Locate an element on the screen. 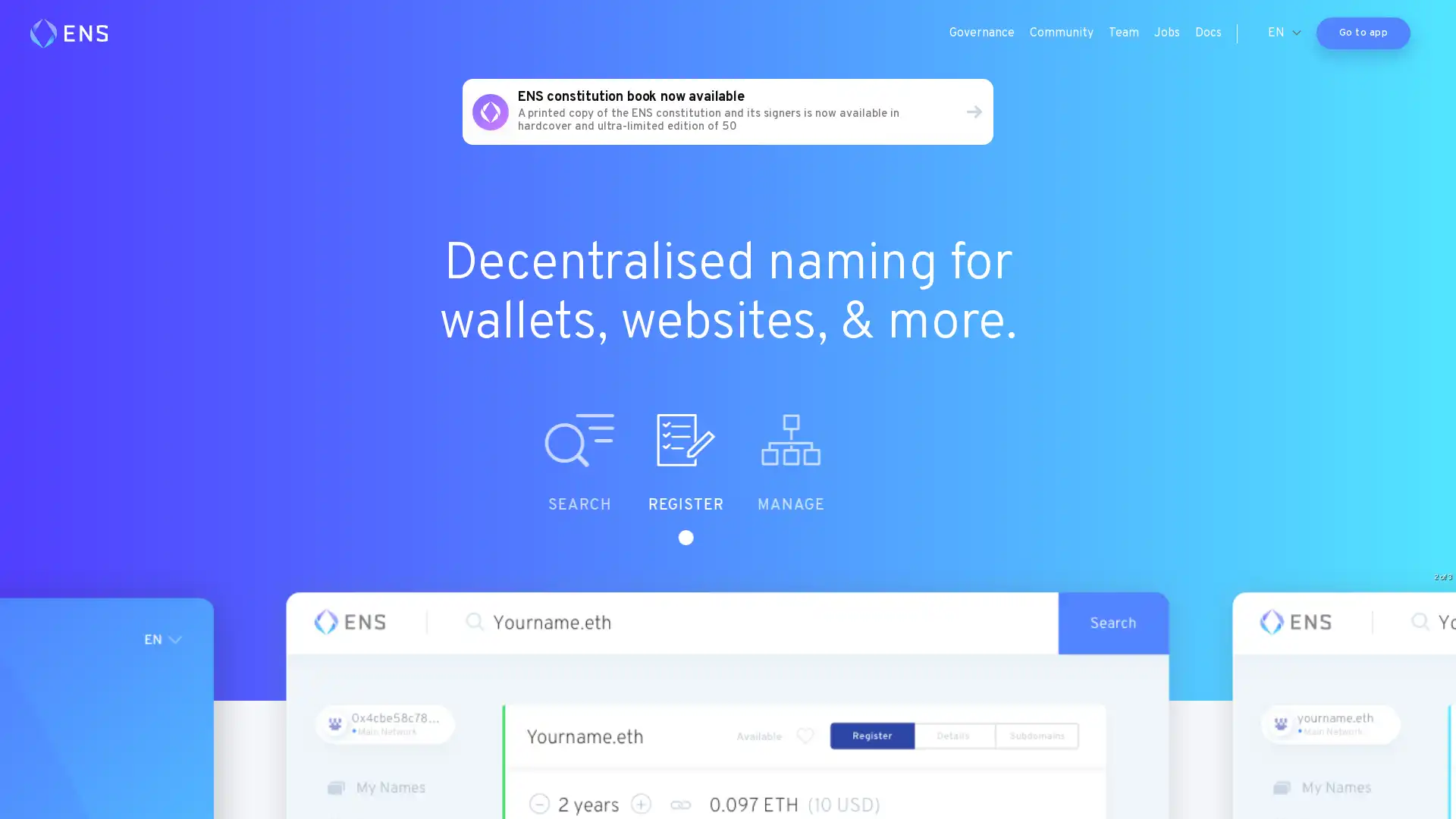  slide item 2 is located at coordinates (743, 479).